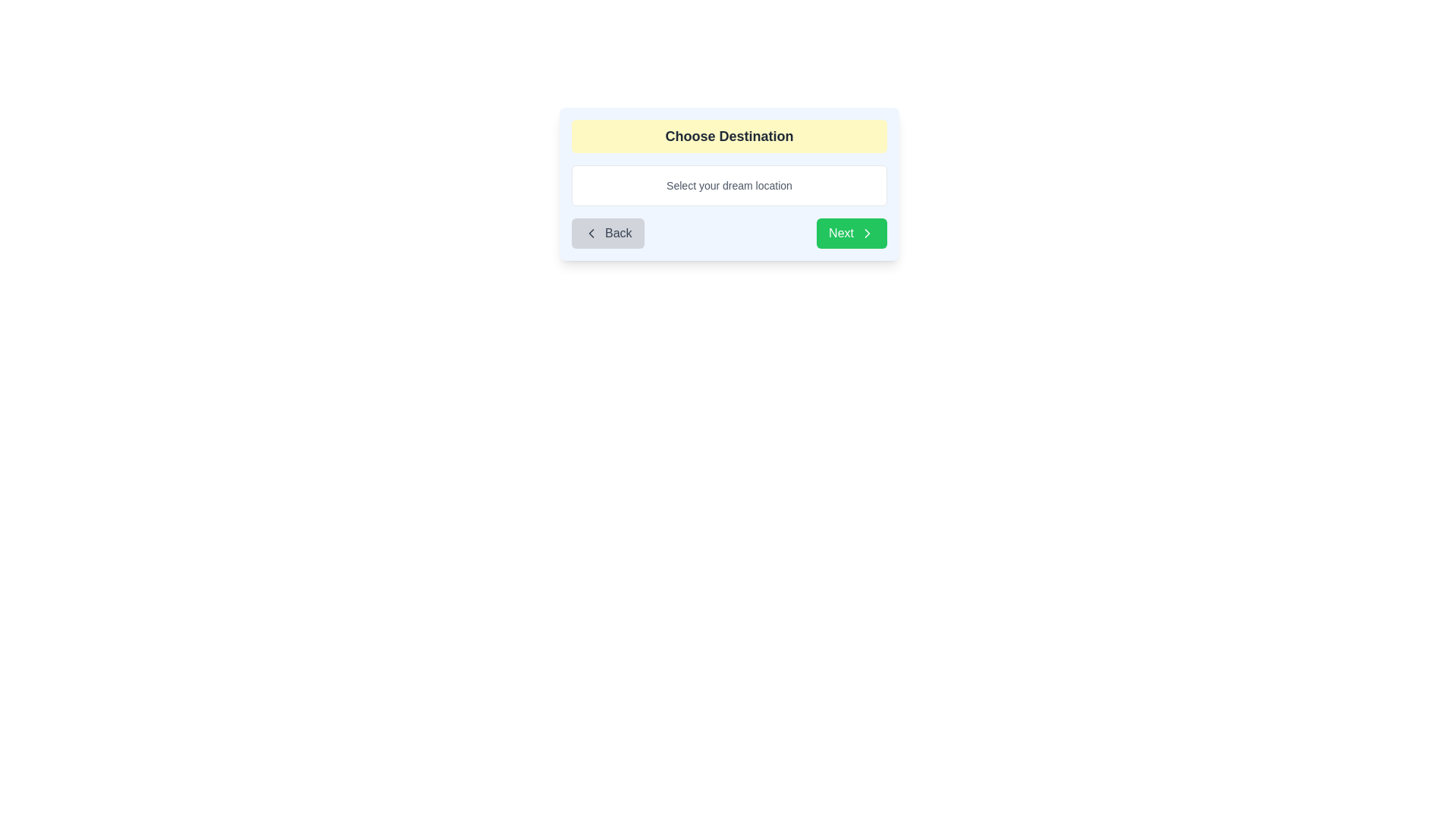 Image resolution: width=1456 pixels, height=819 pixels. I want to click on the 'Back' button by clicking on the left chevron icon that visually indicates navigation to the previous page or step, so click(590, 234).